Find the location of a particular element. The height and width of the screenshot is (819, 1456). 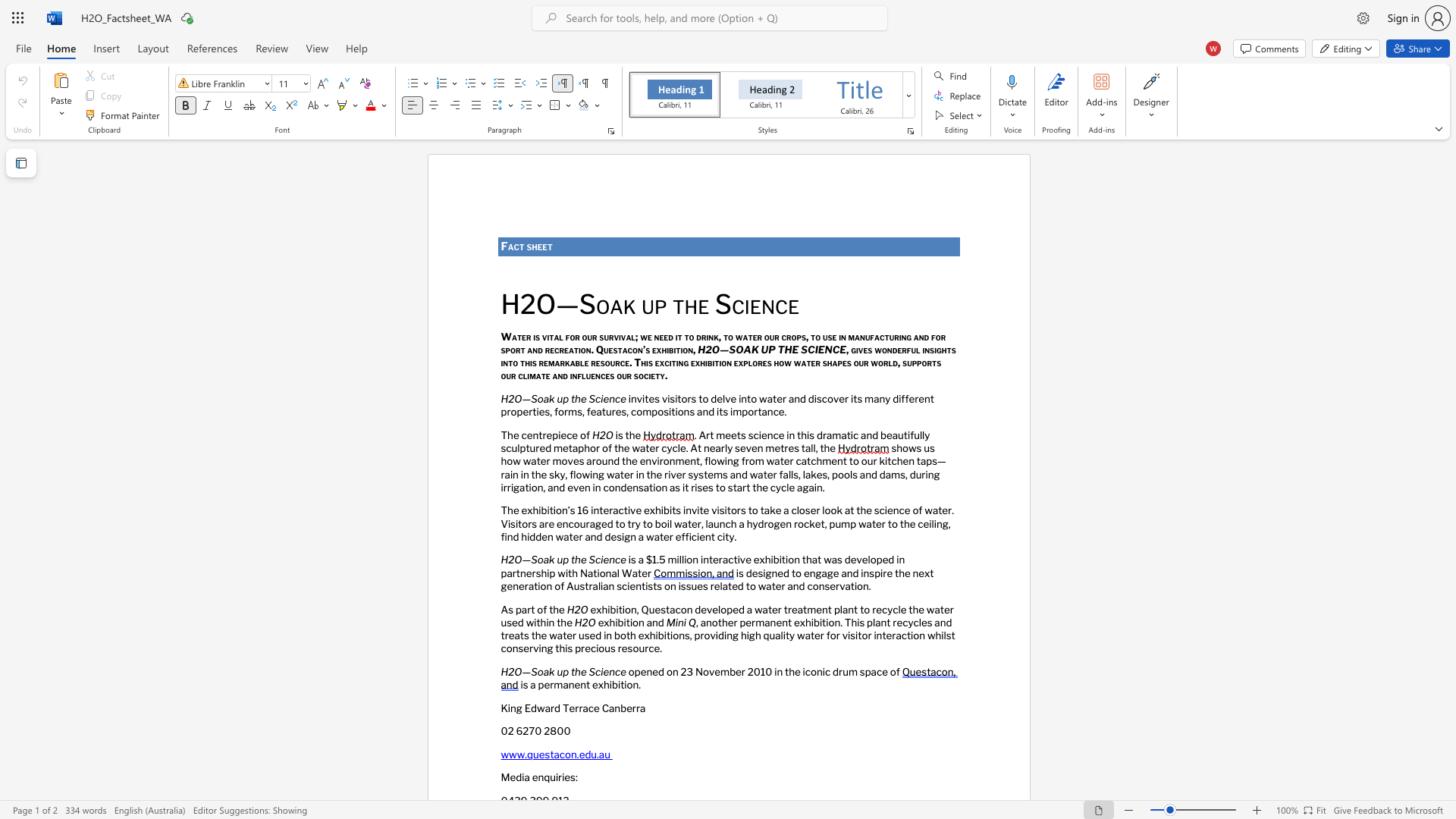

the subset text "Fact shee" within the text "Fact sheet" is located at coordinates (500, 246).